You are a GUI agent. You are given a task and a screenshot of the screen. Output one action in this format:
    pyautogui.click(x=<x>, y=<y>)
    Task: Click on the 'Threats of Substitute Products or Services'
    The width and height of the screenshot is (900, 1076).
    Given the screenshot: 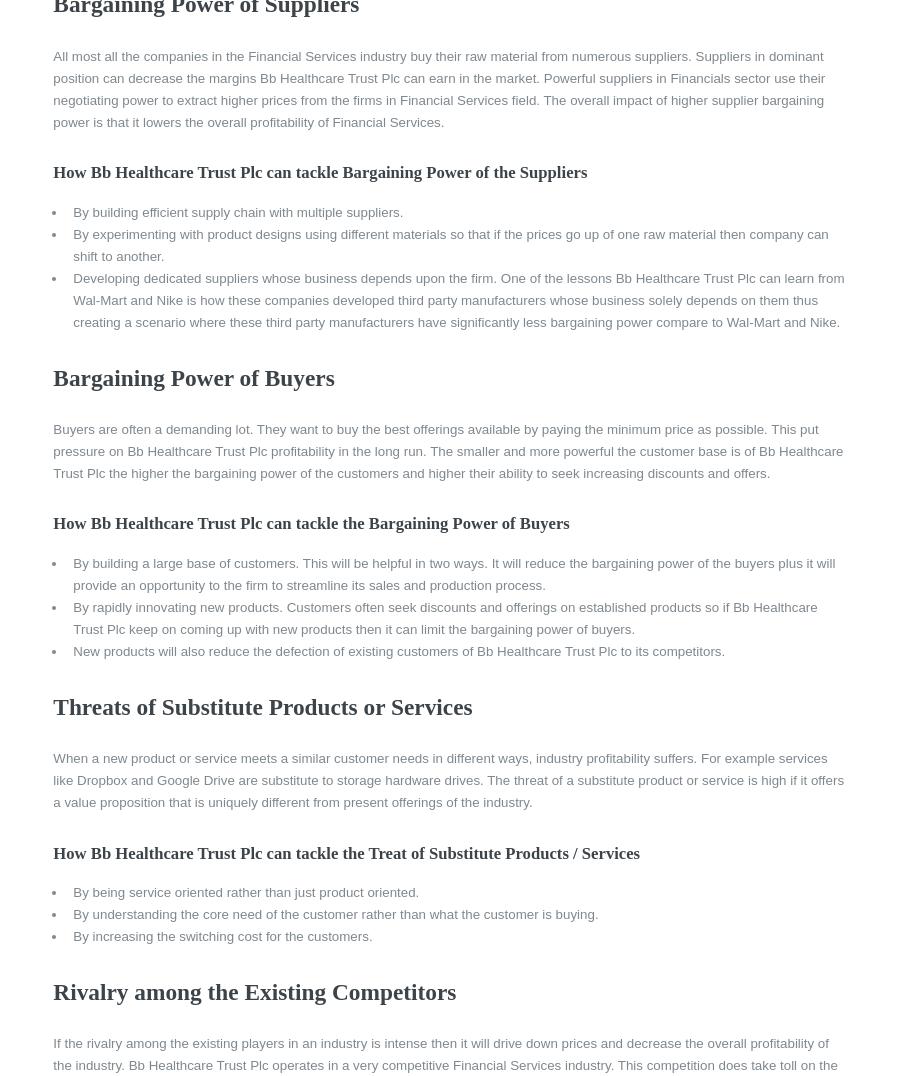 What is the action you would take?
    pyautogui.click(x=261, y=705)
    